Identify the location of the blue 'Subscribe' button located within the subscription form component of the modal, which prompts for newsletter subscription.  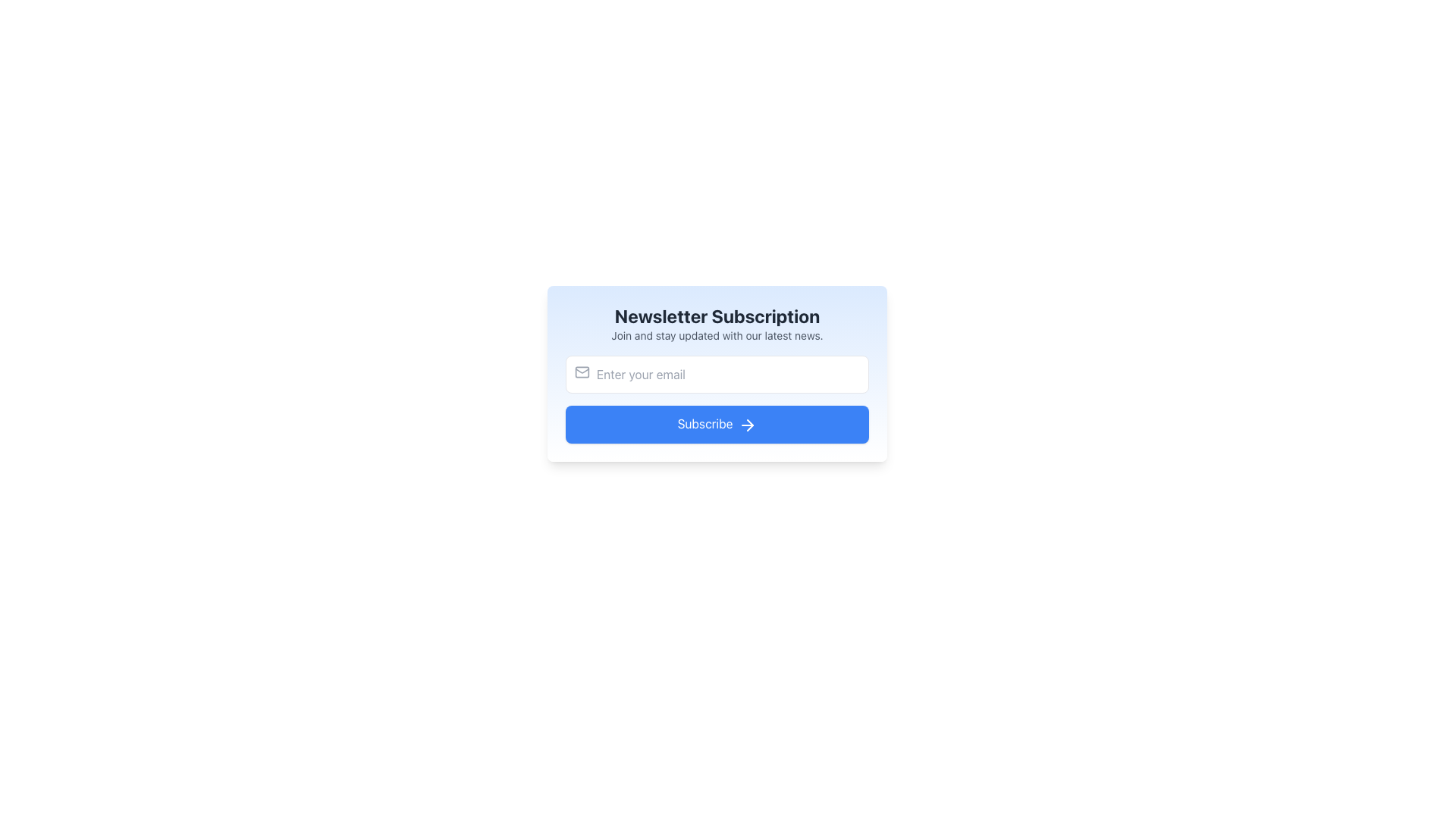
(716, 428).